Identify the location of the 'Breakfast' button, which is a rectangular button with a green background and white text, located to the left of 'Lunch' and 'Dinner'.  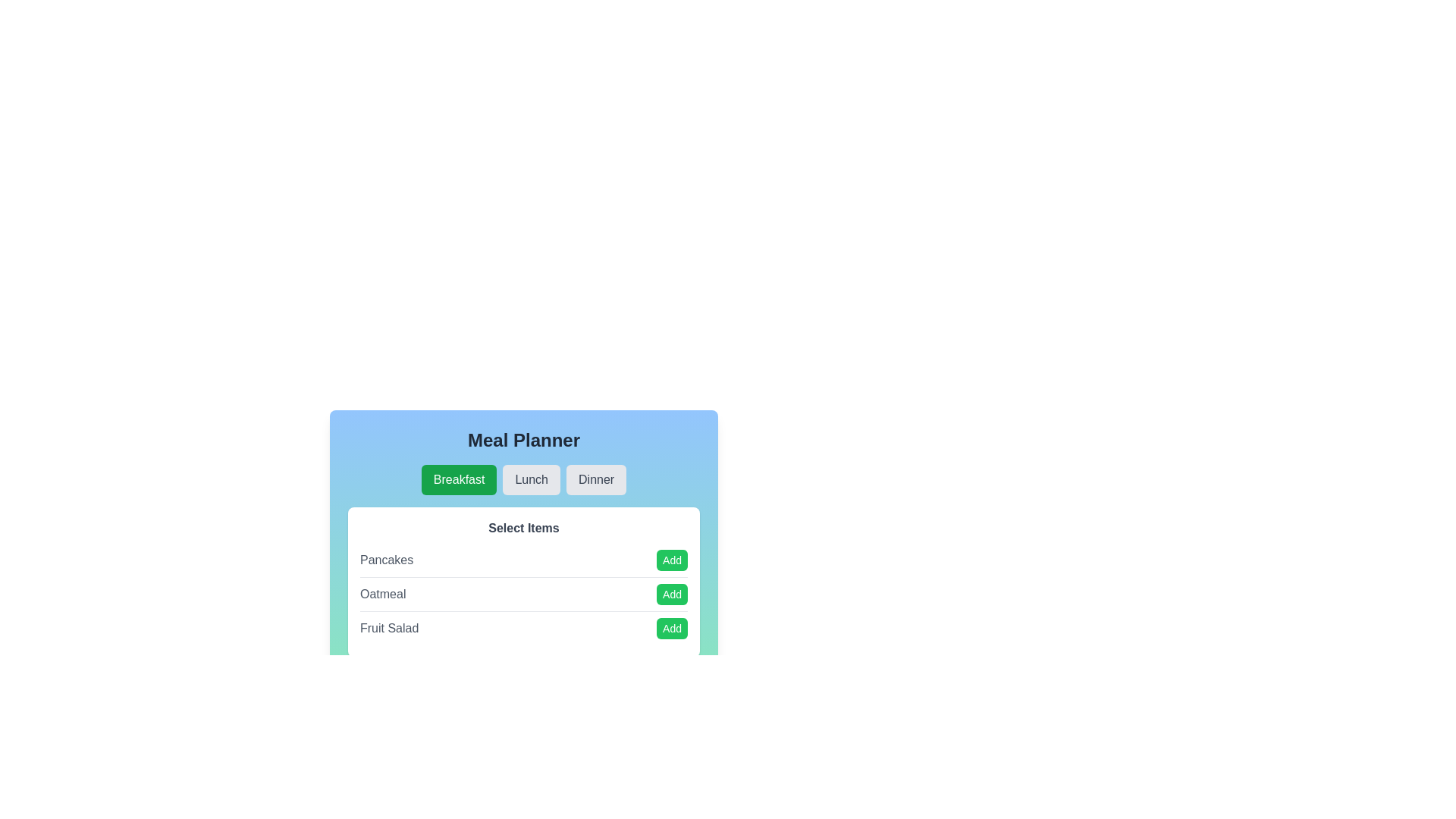
(458, 479).